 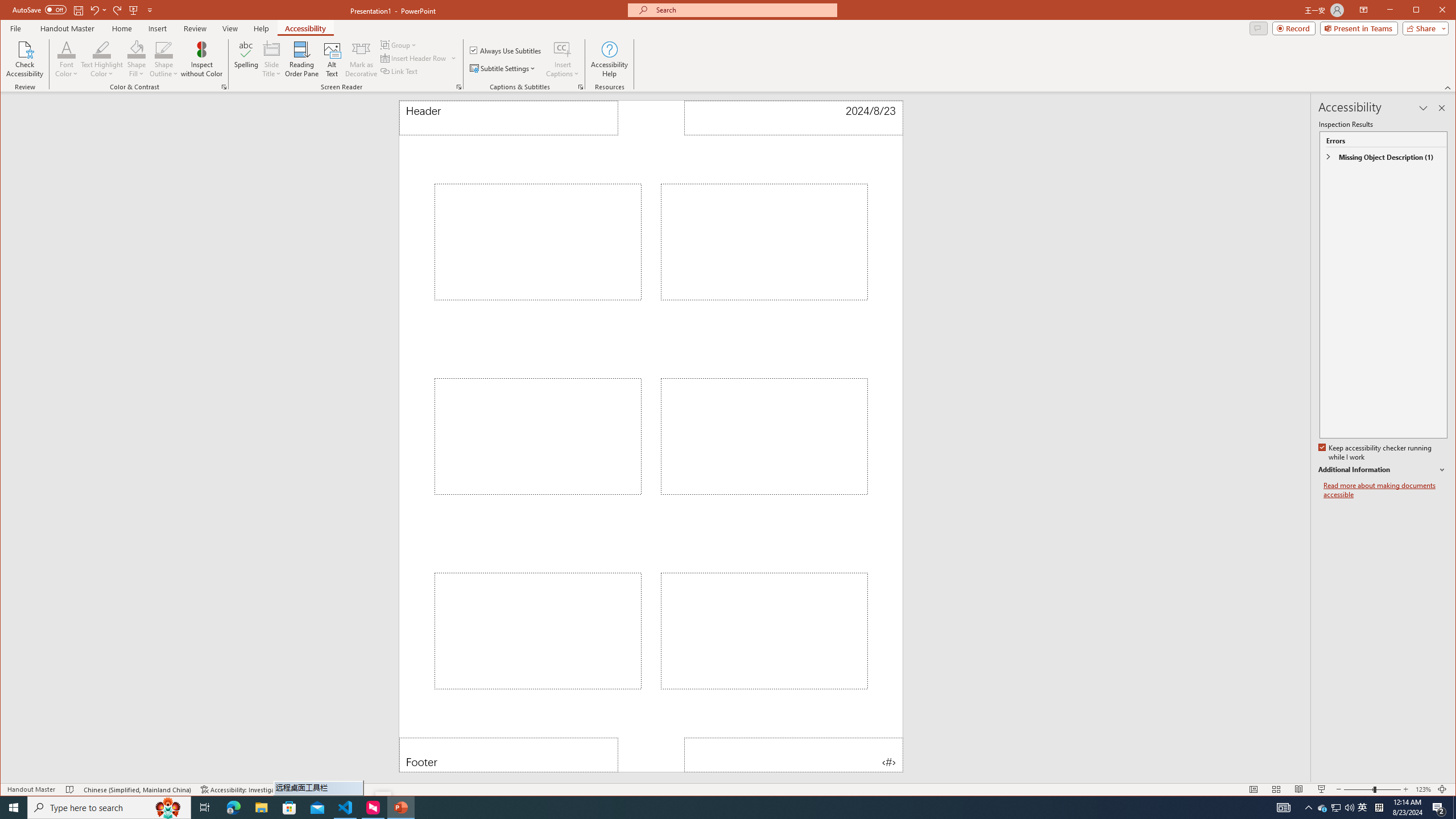 What do you see at coordinates (1384, 490) in the screenshot?
I see `'Read more about making documents accessible'` at bounding box center [1384, 490].